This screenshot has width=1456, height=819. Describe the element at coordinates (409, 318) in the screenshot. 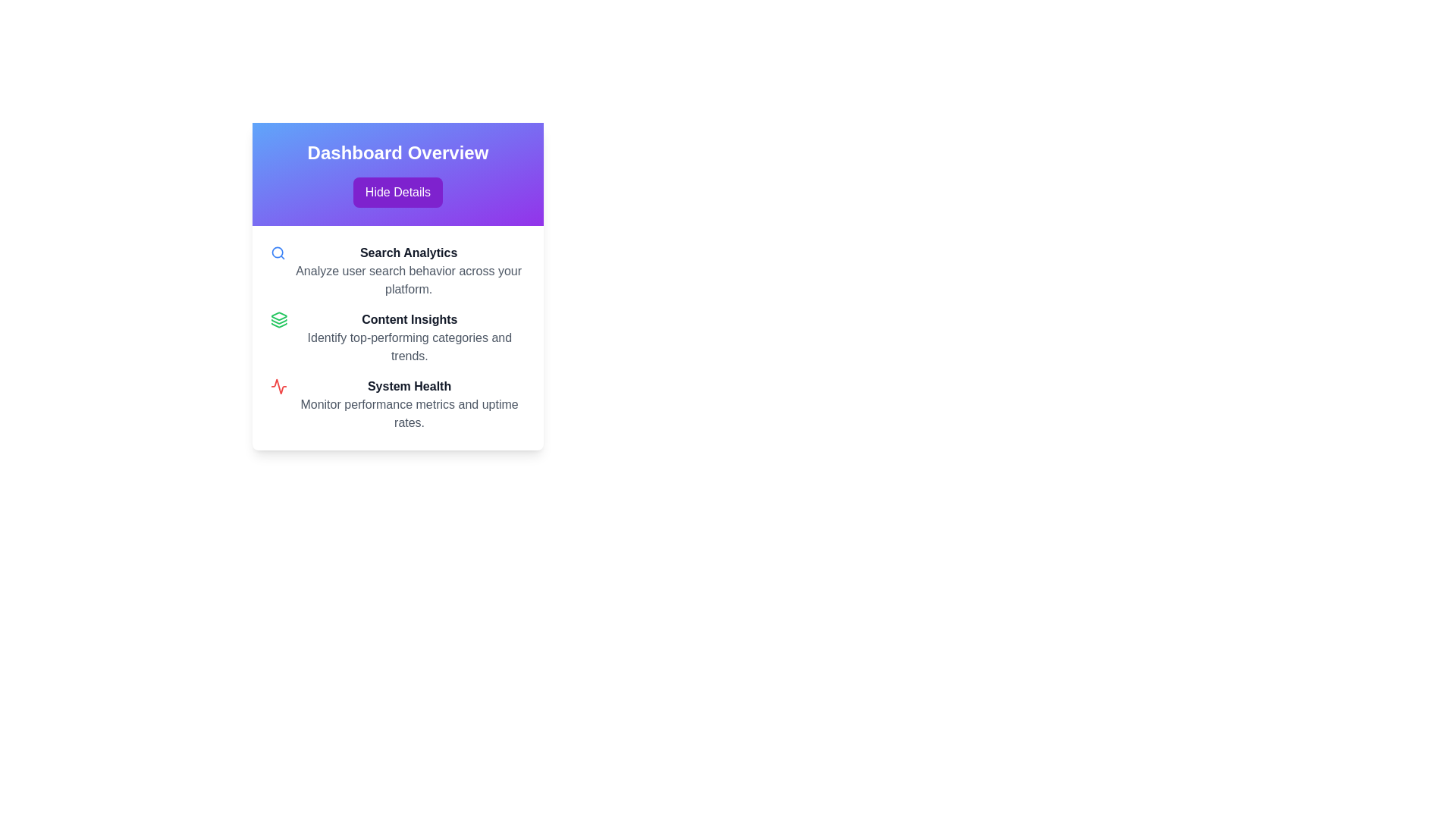

I see `the bold text label 'Content Insights' which serves as the title for contextual descriptive text, located centrally in the interface layout` at that location.